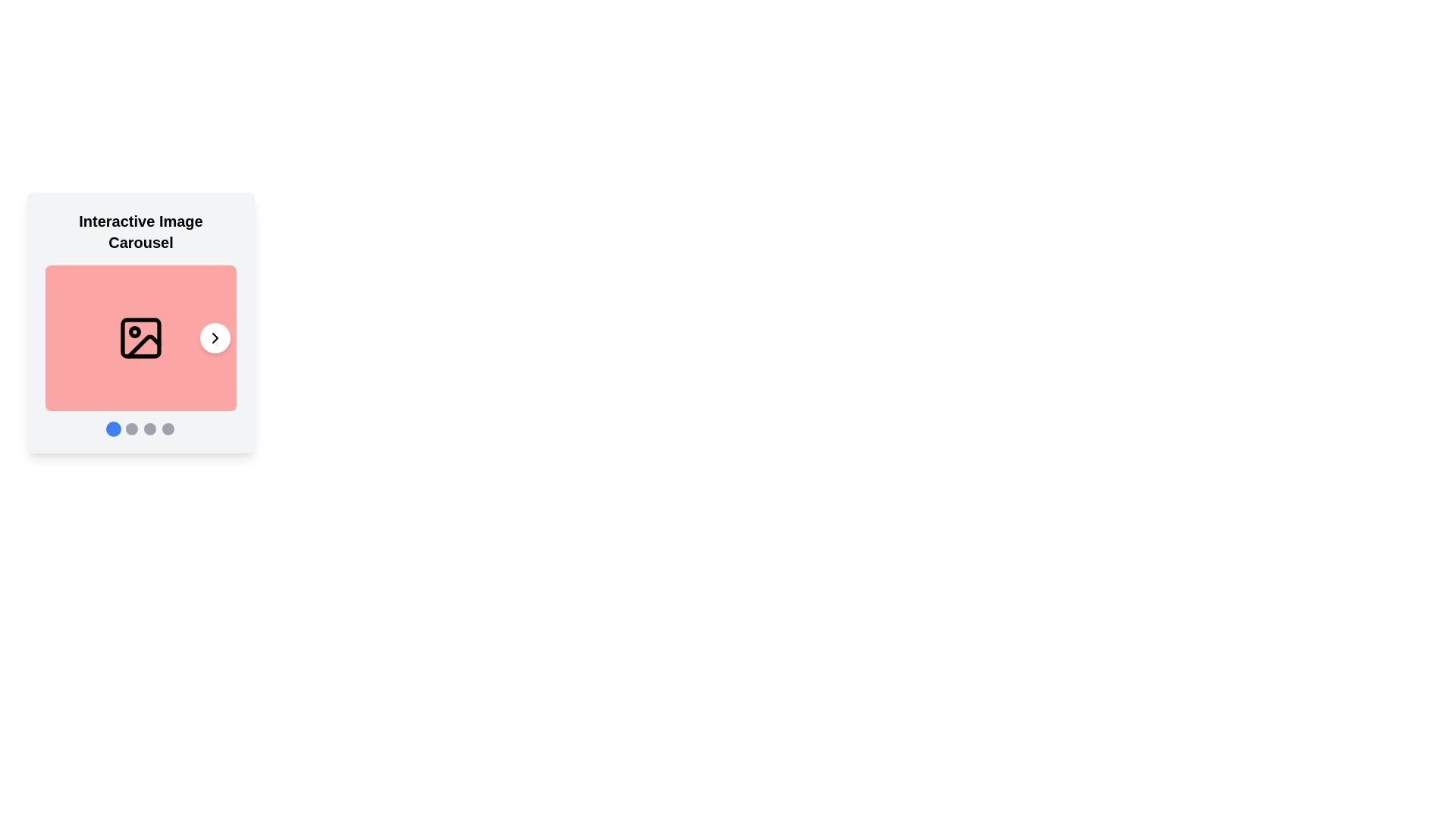 Image resolution: width=1456 pixels, height=819 pixels. I want to click on the small, vertically-aligned rectangle with rounded corners located inside the image icon within the carousel card, so click(141, 337).